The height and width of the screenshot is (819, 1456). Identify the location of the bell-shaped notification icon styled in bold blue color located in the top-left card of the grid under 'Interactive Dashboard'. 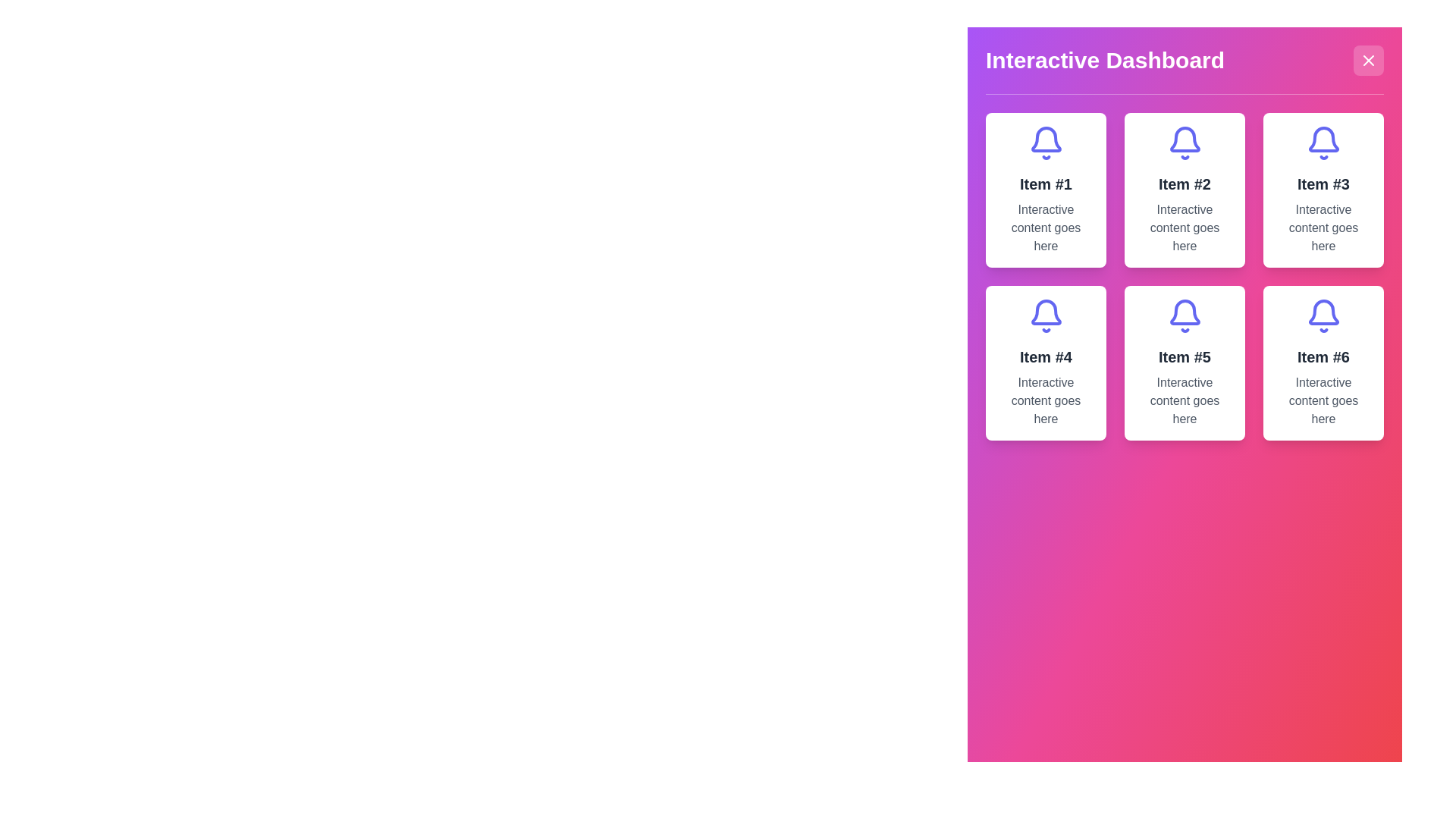
(1045, 140).